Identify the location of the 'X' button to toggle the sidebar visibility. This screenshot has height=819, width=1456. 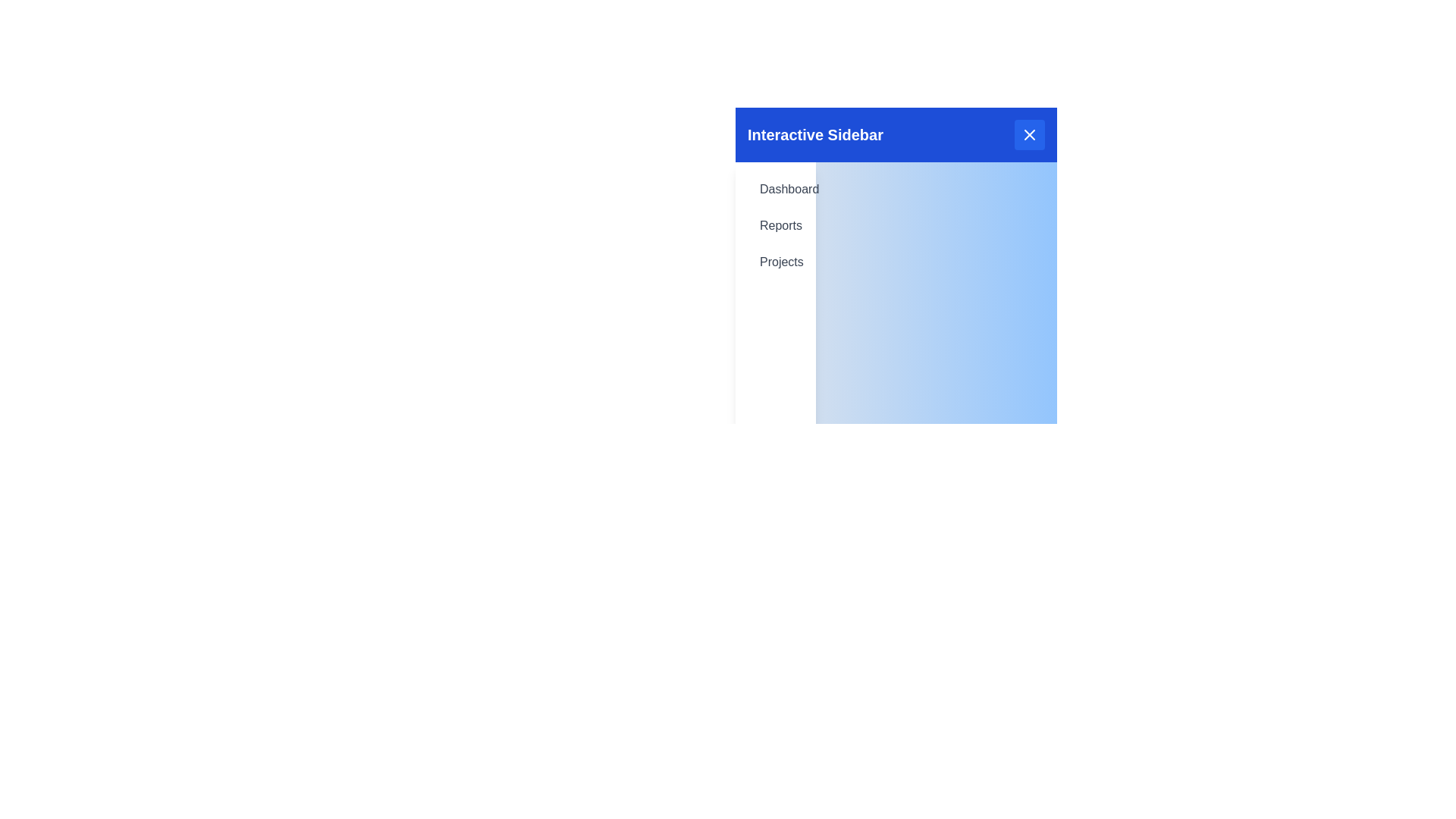
(1030, 133).